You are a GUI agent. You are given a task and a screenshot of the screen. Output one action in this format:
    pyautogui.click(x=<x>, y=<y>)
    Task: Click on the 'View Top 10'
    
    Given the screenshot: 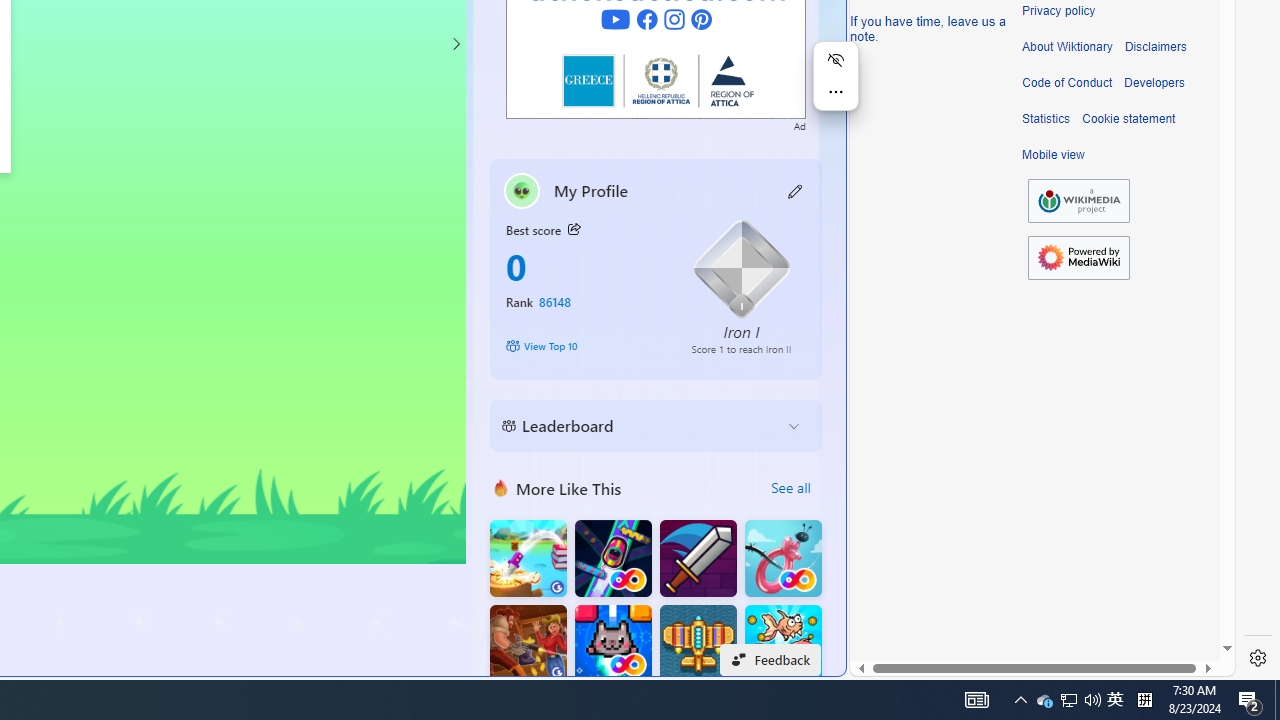 What is the action you would take?
    pyautogui.click(x=583, y=344)
    